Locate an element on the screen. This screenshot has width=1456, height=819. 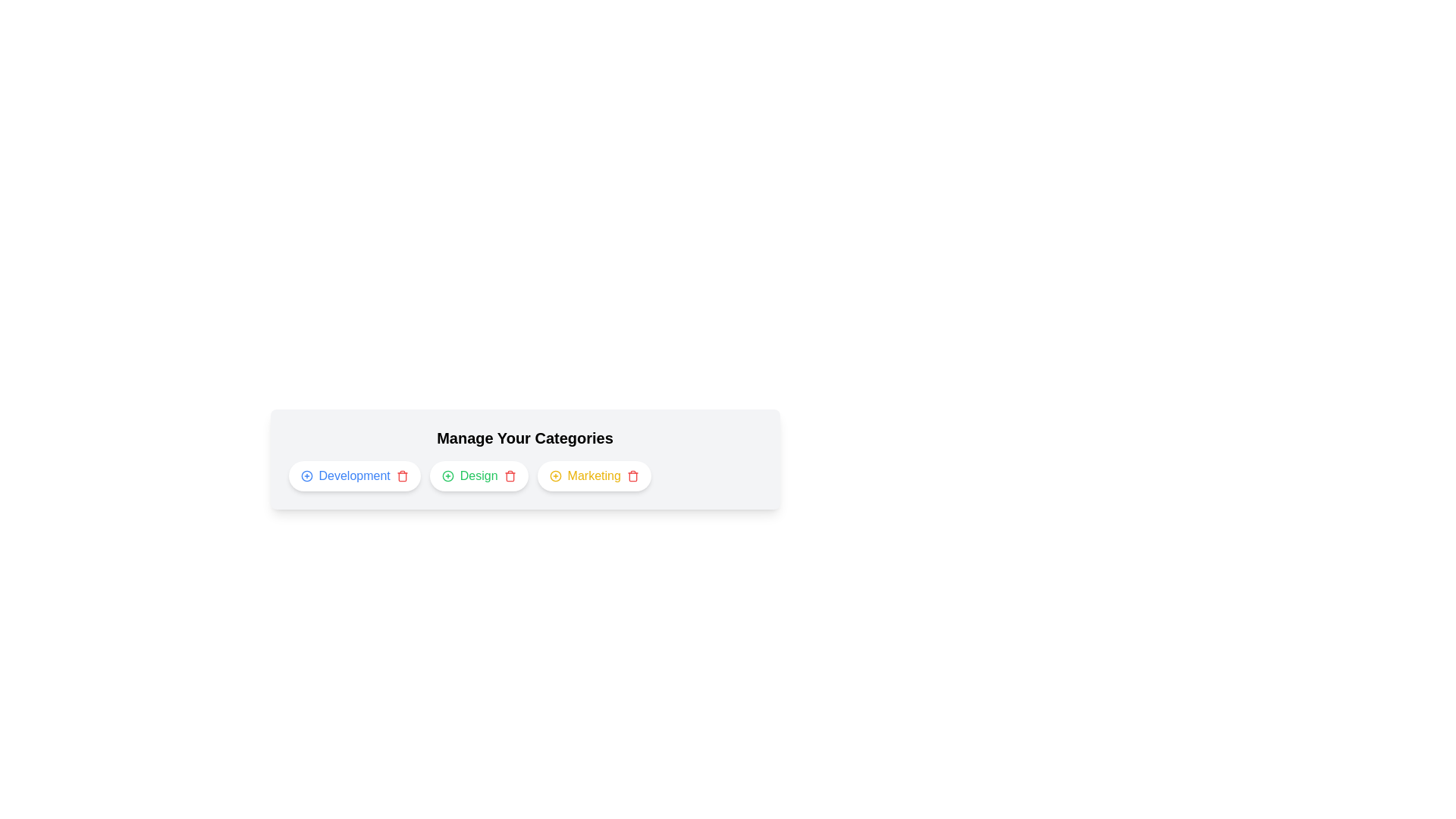
trash icon for the category Development to remove it is located at coordinates (402, 475).